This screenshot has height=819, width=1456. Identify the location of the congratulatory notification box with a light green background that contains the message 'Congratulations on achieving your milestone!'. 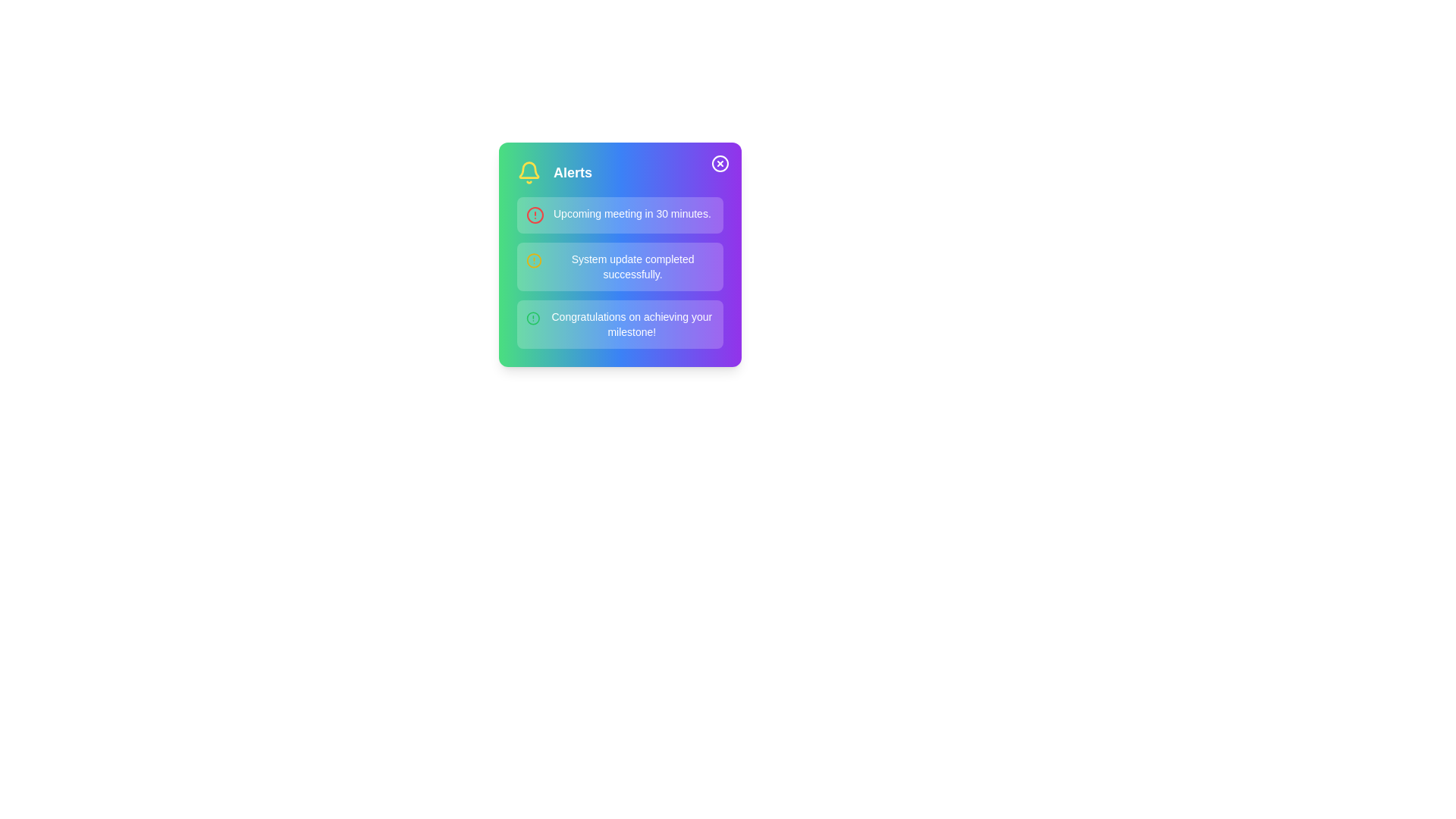
(620, 324).